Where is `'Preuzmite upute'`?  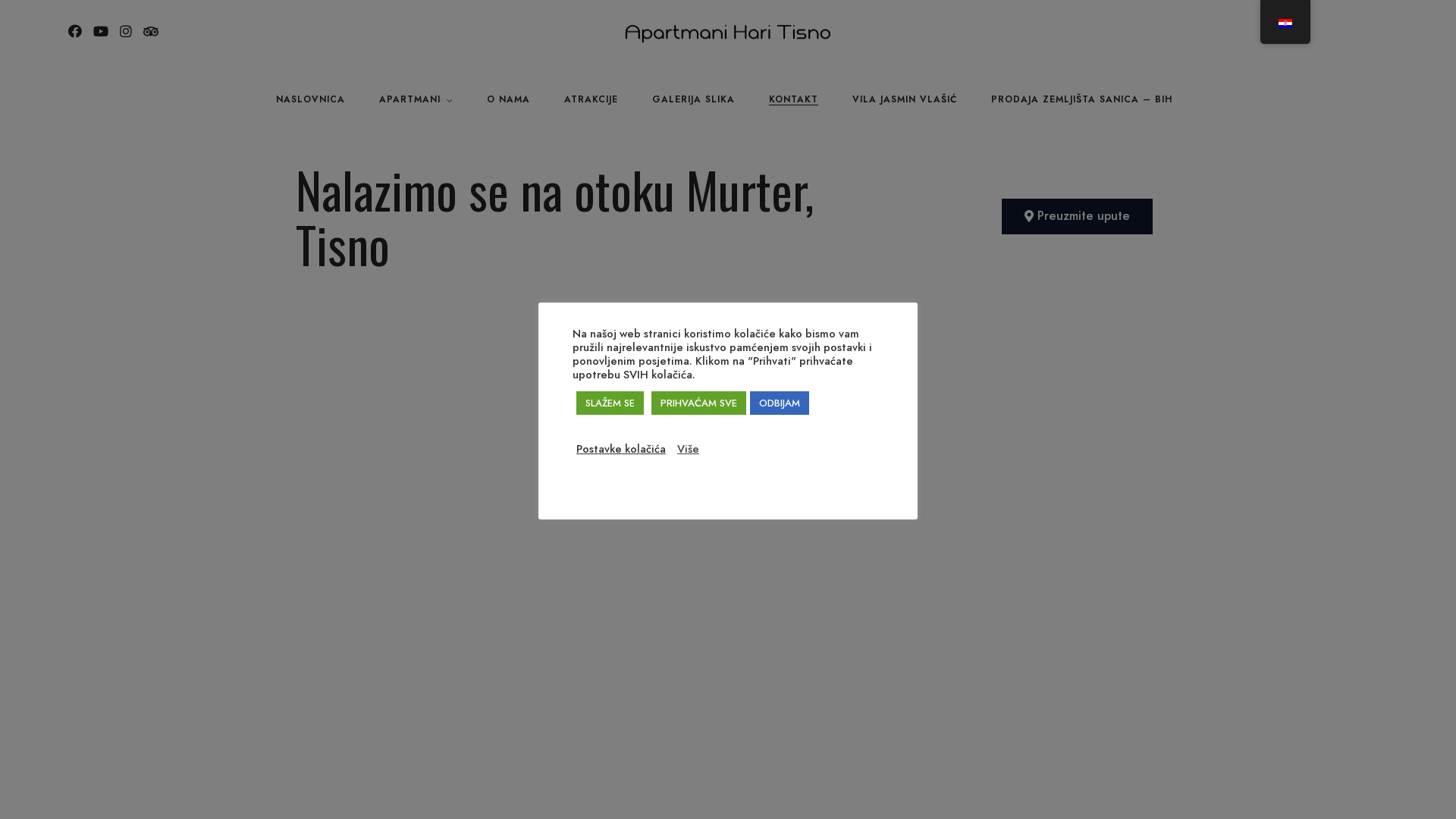
'Preuzmite upute' is located at coordinates (1076, 216).